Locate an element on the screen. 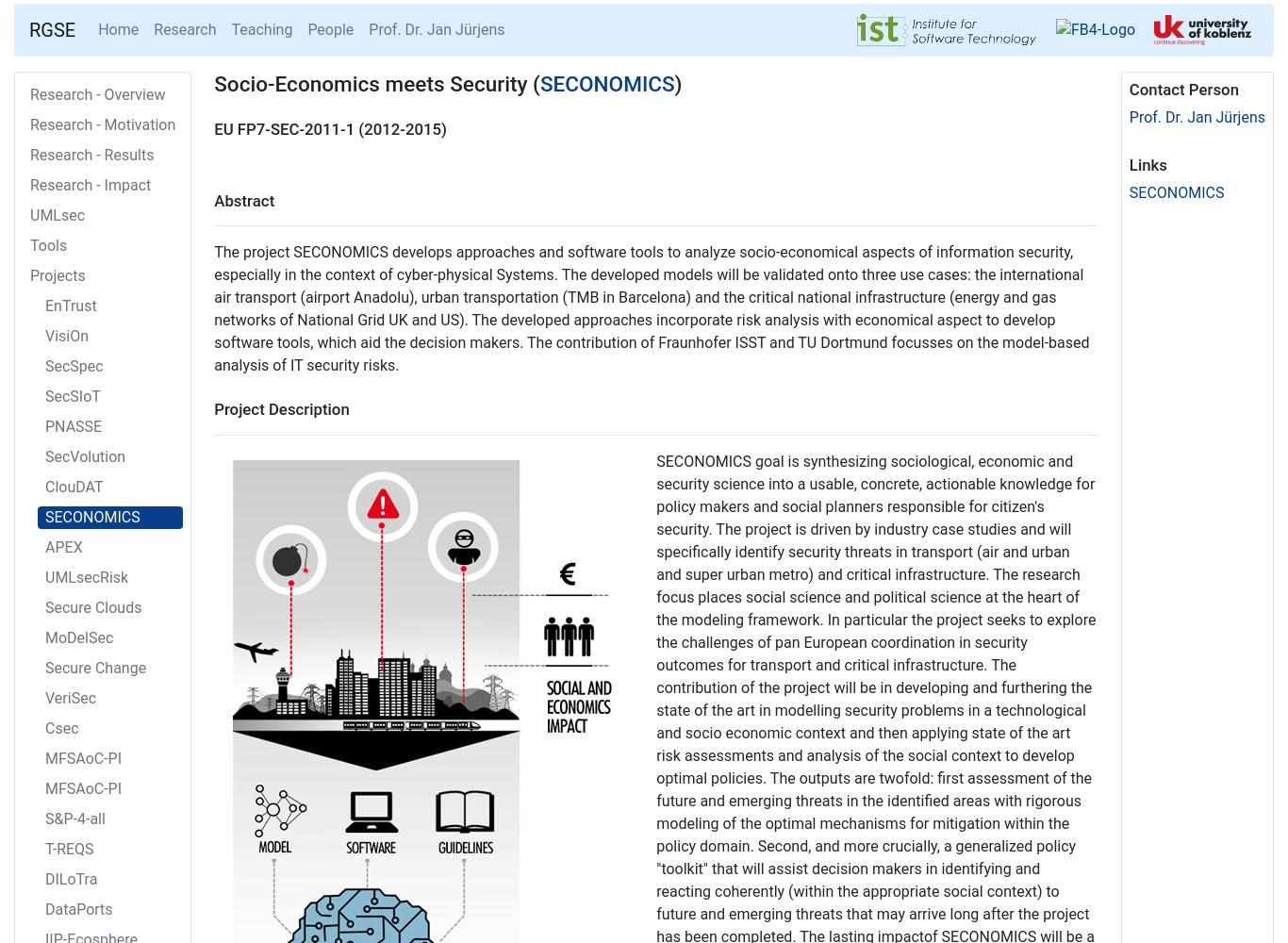 This screenshot has height=943, width=1288. 'Research - Impact' is located at coordinates (91, 184).